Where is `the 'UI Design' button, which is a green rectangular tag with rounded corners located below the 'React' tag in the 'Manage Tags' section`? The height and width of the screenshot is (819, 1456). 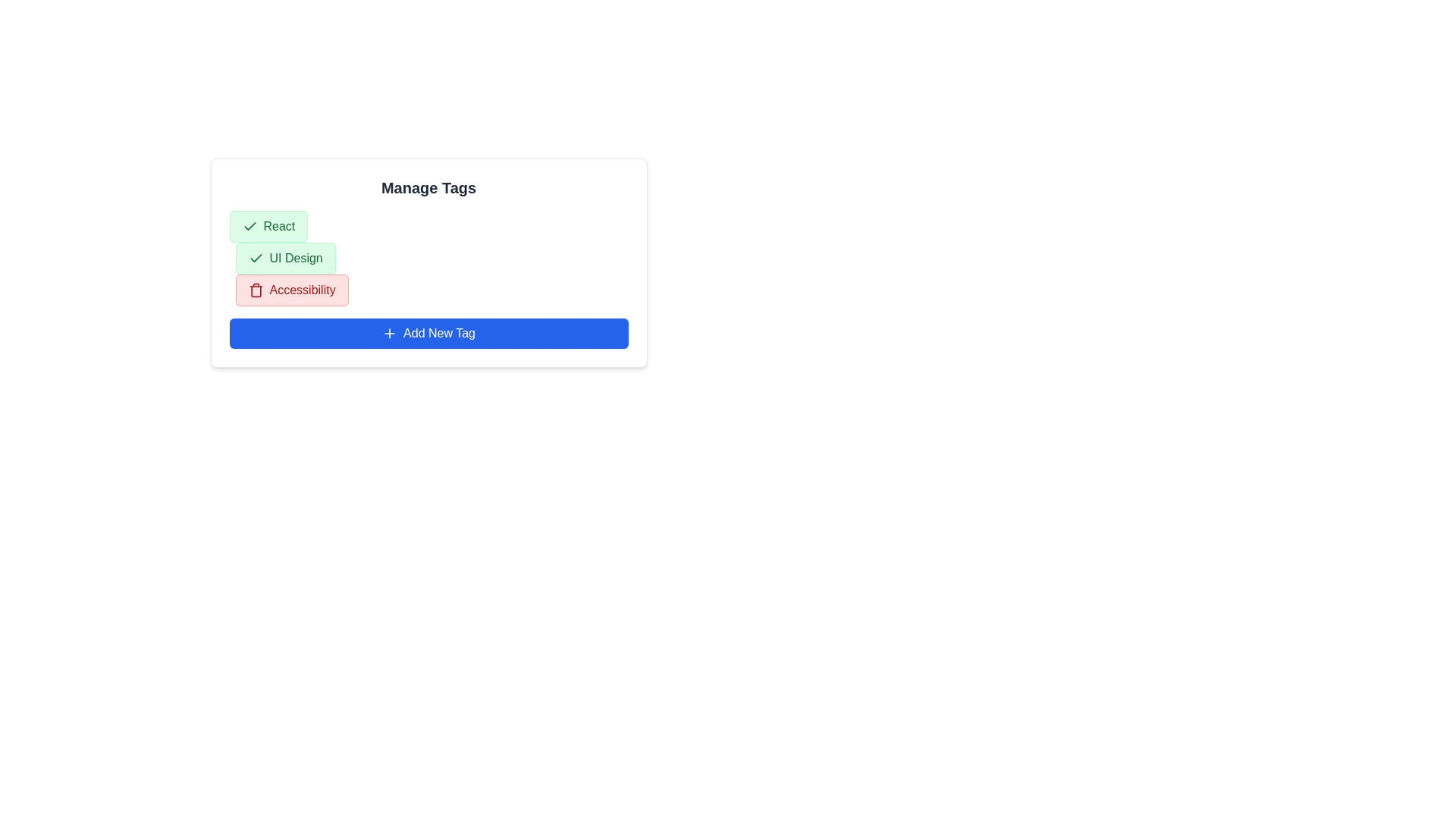 the 'UI Design' button, which is a green rectangular tag with rounded corners located below the 'React' tag in the 'Manage Tags' section is located at coordinates (285, 257).